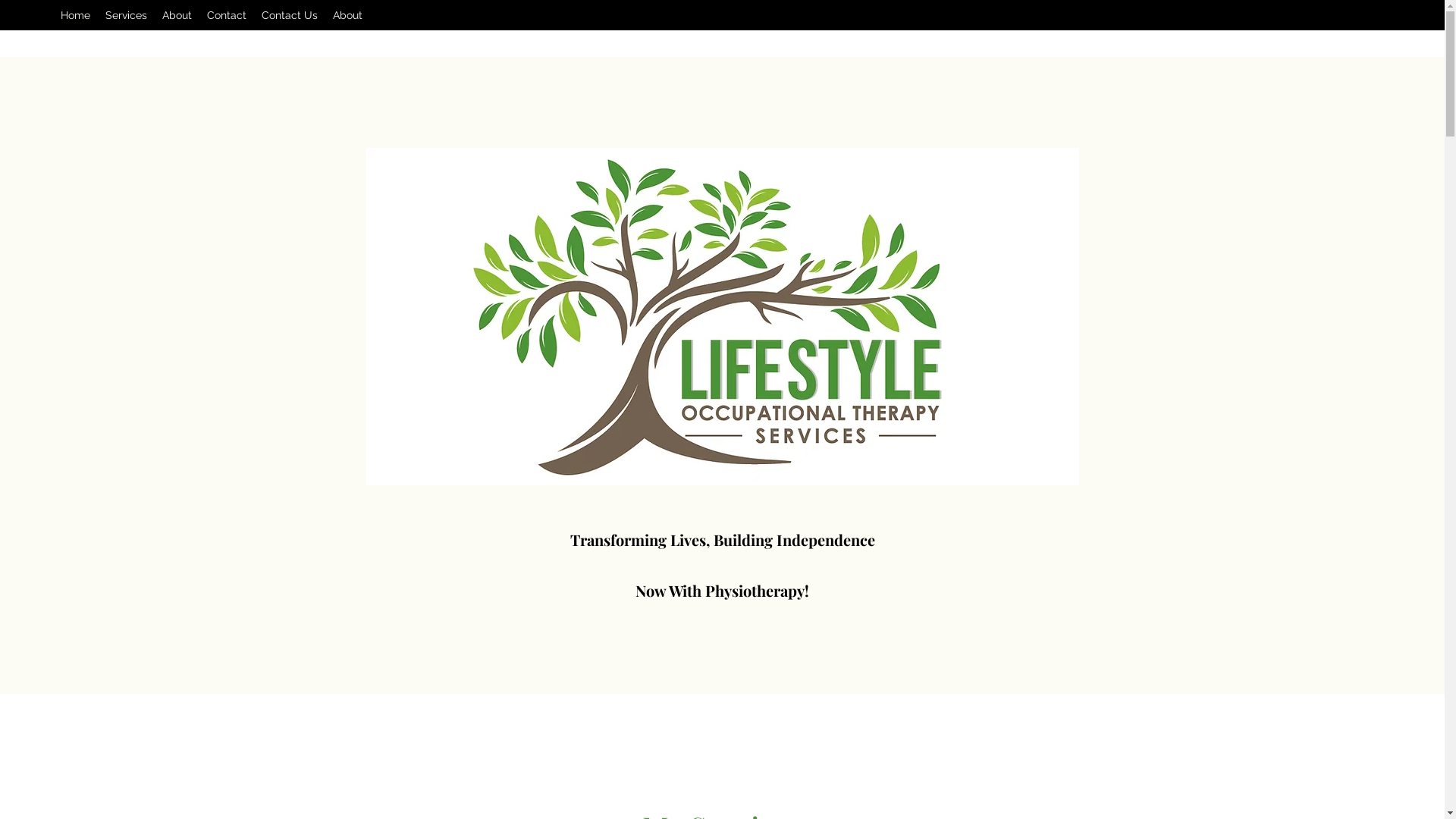  What do you see at coordinates (97, 14) in the screenshot?
I see `'Services'` at bounding box center [97, 14].